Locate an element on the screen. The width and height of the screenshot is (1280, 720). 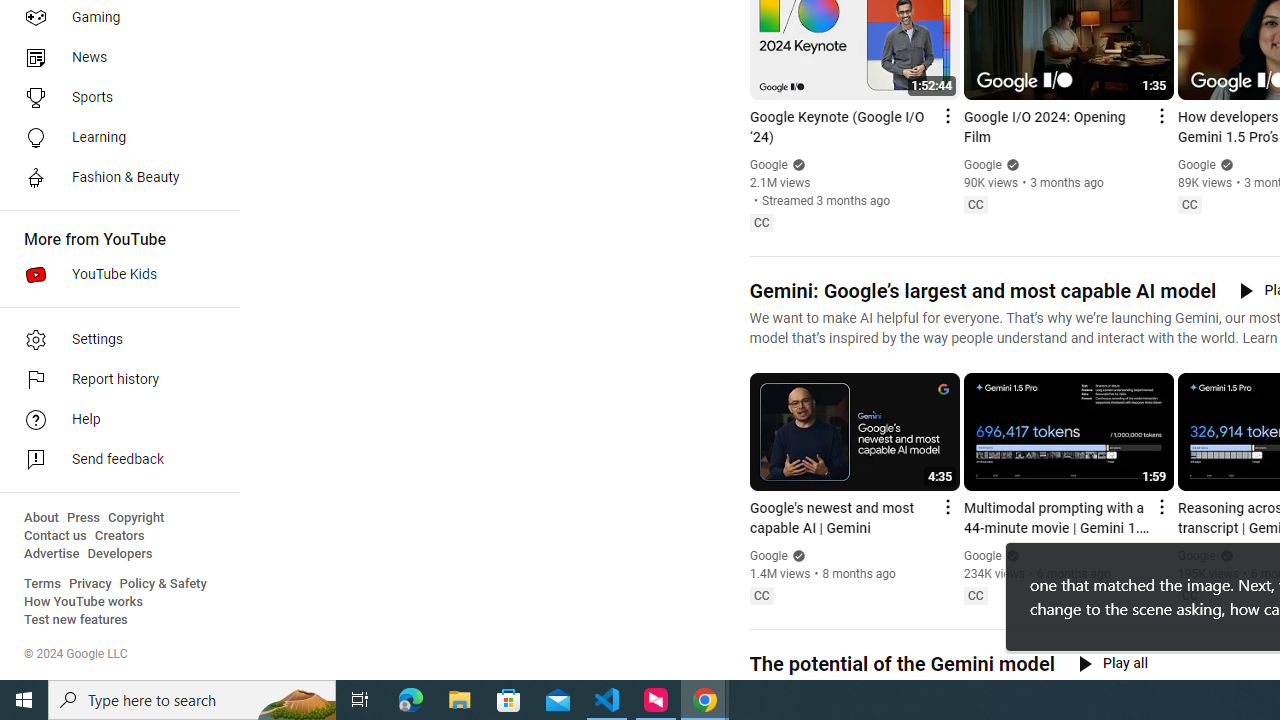
'How YouTube works' is located at coordinates (82, 601).